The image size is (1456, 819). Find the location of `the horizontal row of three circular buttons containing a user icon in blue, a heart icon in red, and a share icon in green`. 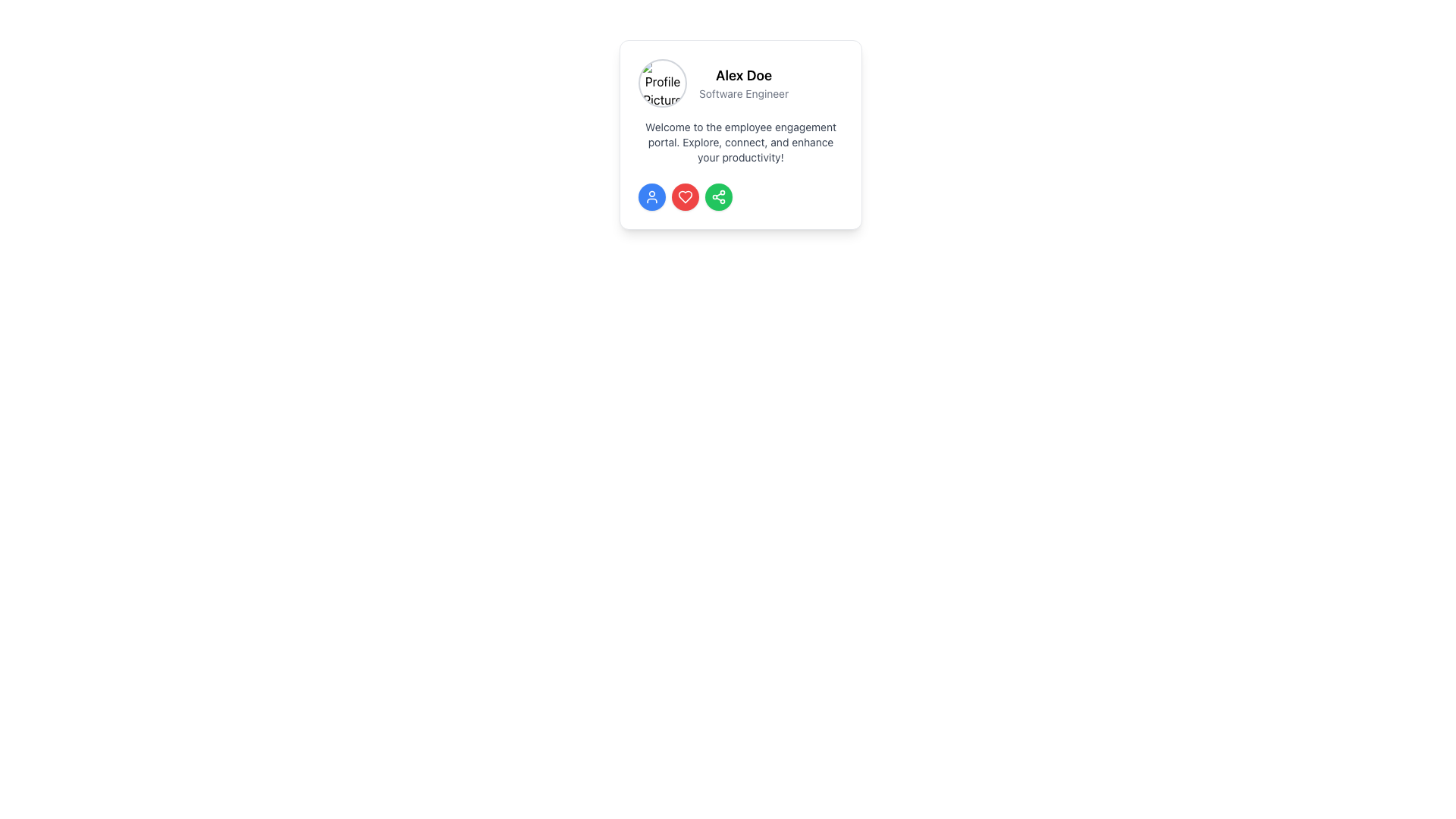

the horizontal row of three circular buttons containing a user icon in blue, a heart icon in red, and a share icon in green is located at coordinates (741, 196).